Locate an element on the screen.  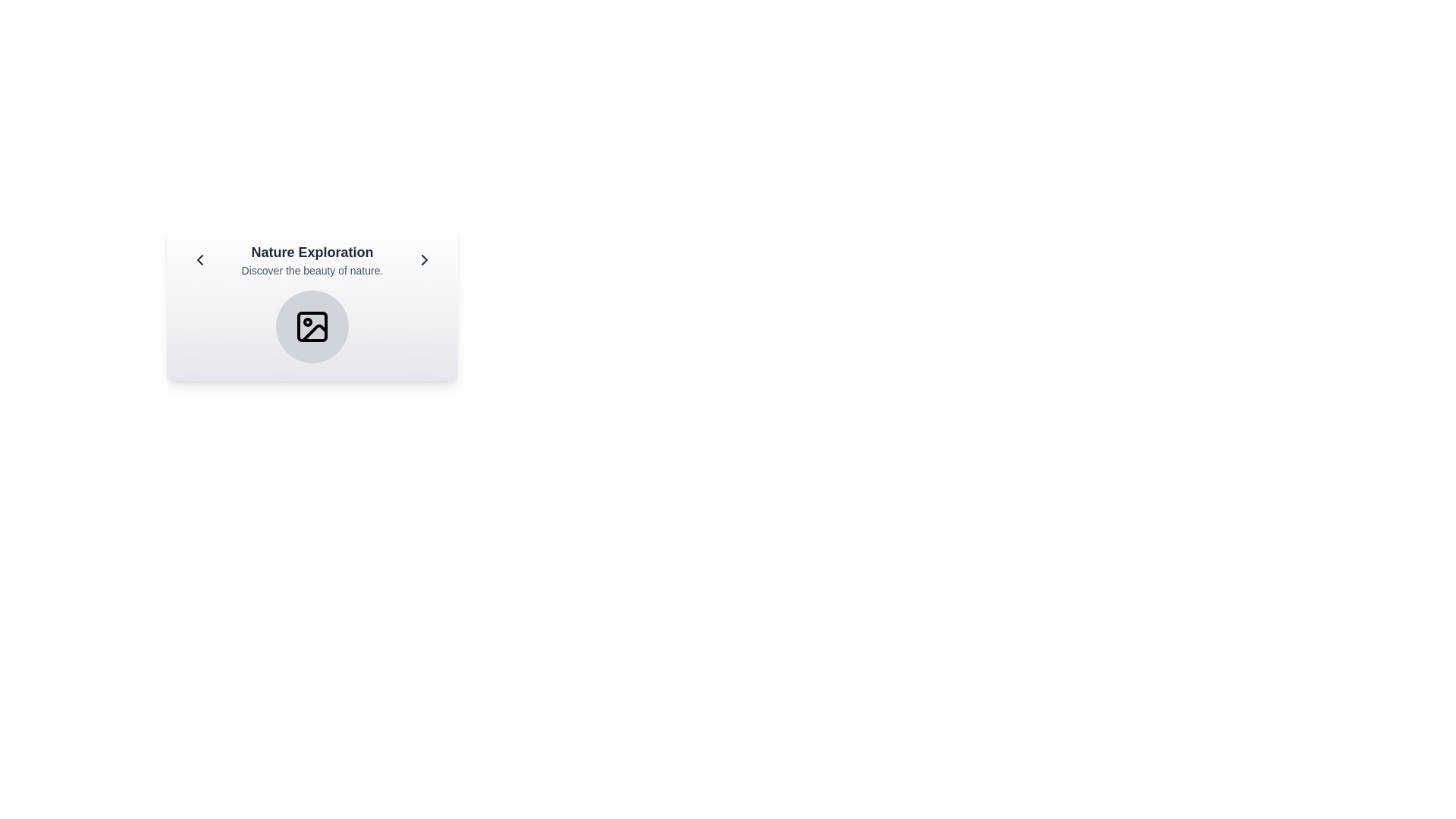
the circular button with a gray background and an image icon in the center, located at the middle-bottom of the 'Nature Exploration' card is located at coordinates (312, 326).